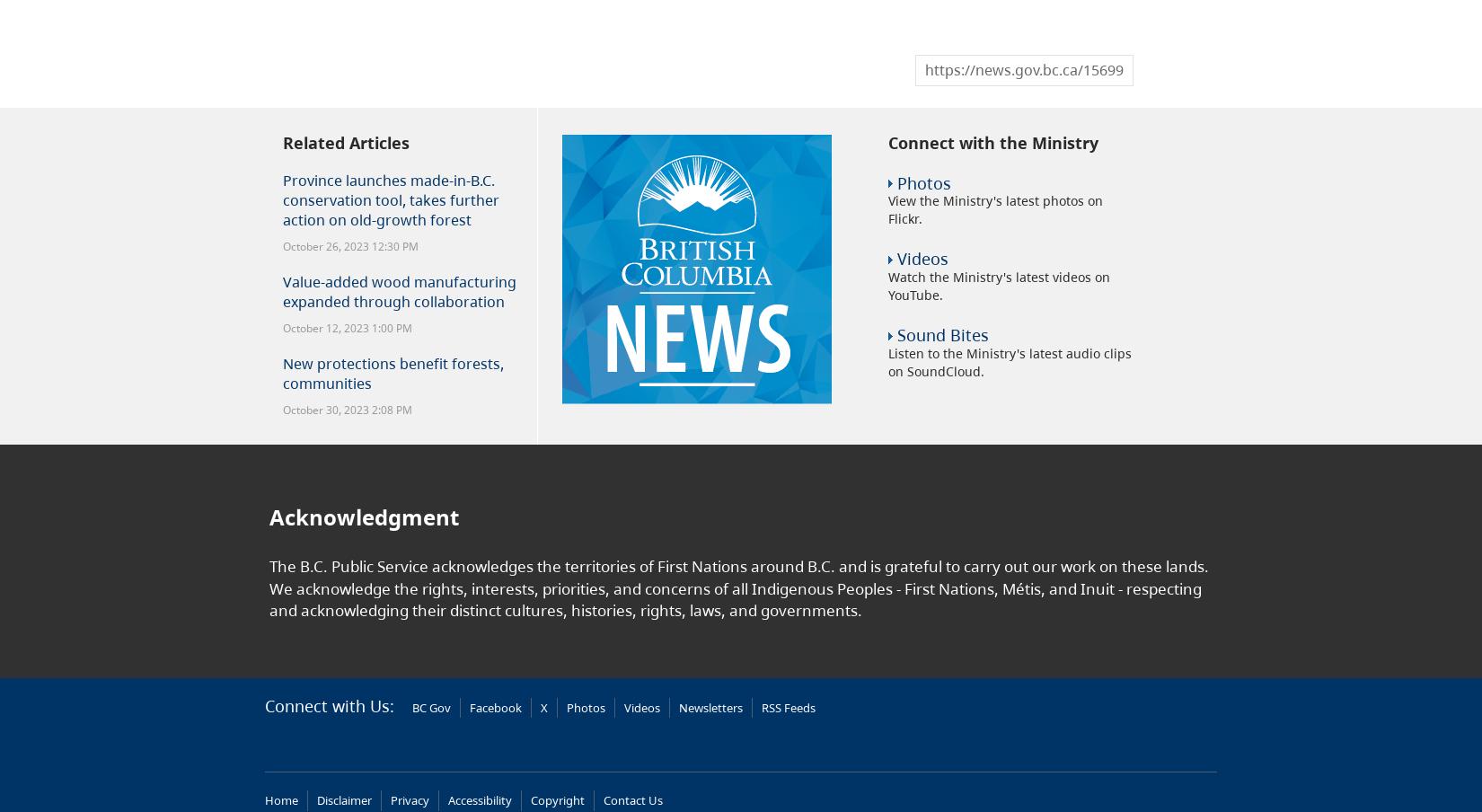  Describe the element at coordinates (888, 141) in the screenshot. I see `'Connect with the Ministry'` at that location.